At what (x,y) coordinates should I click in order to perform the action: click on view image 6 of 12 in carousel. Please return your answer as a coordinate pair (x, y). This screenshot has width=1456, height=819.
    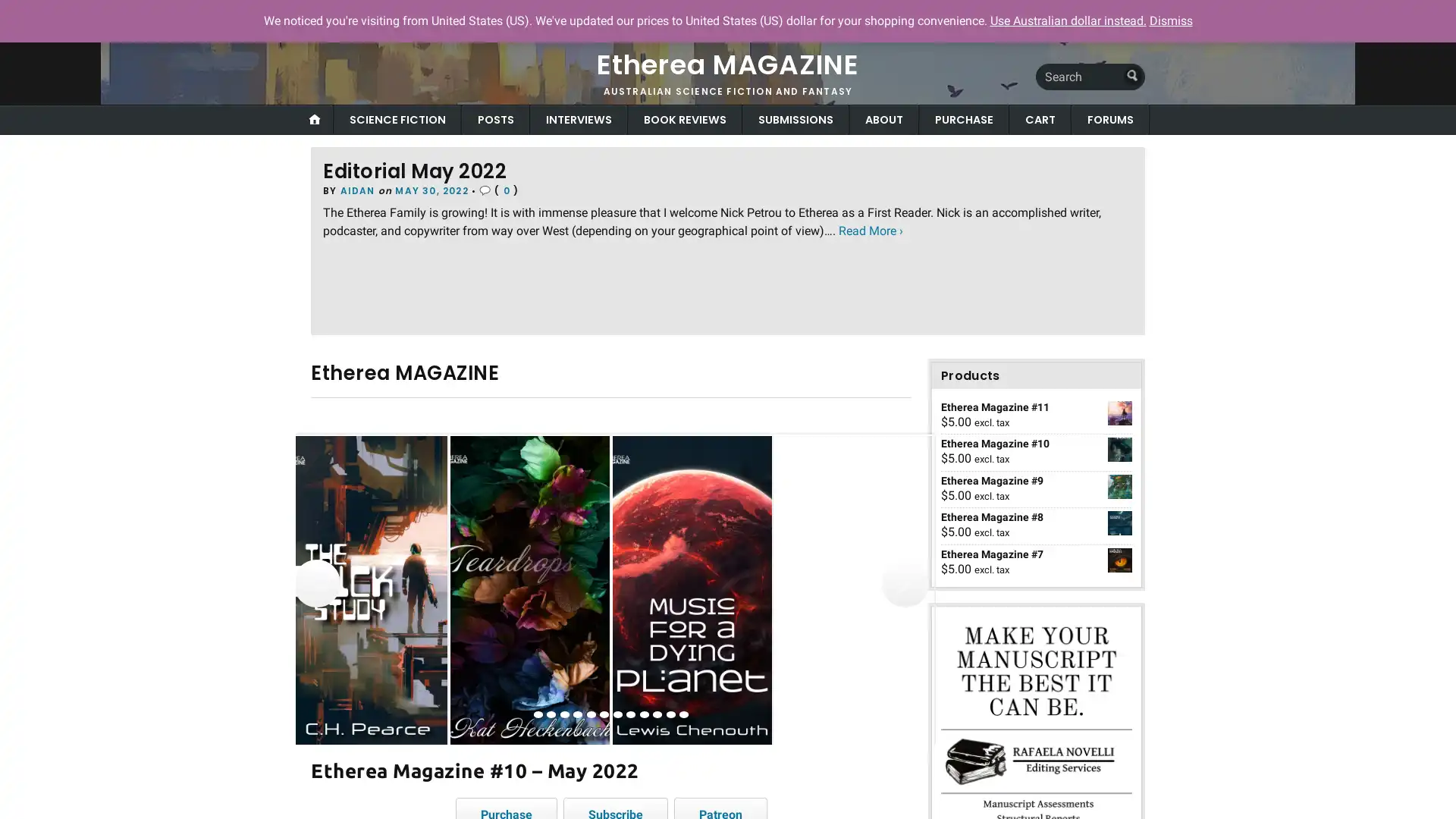
    Looking at the image, I should click on (603, 714).